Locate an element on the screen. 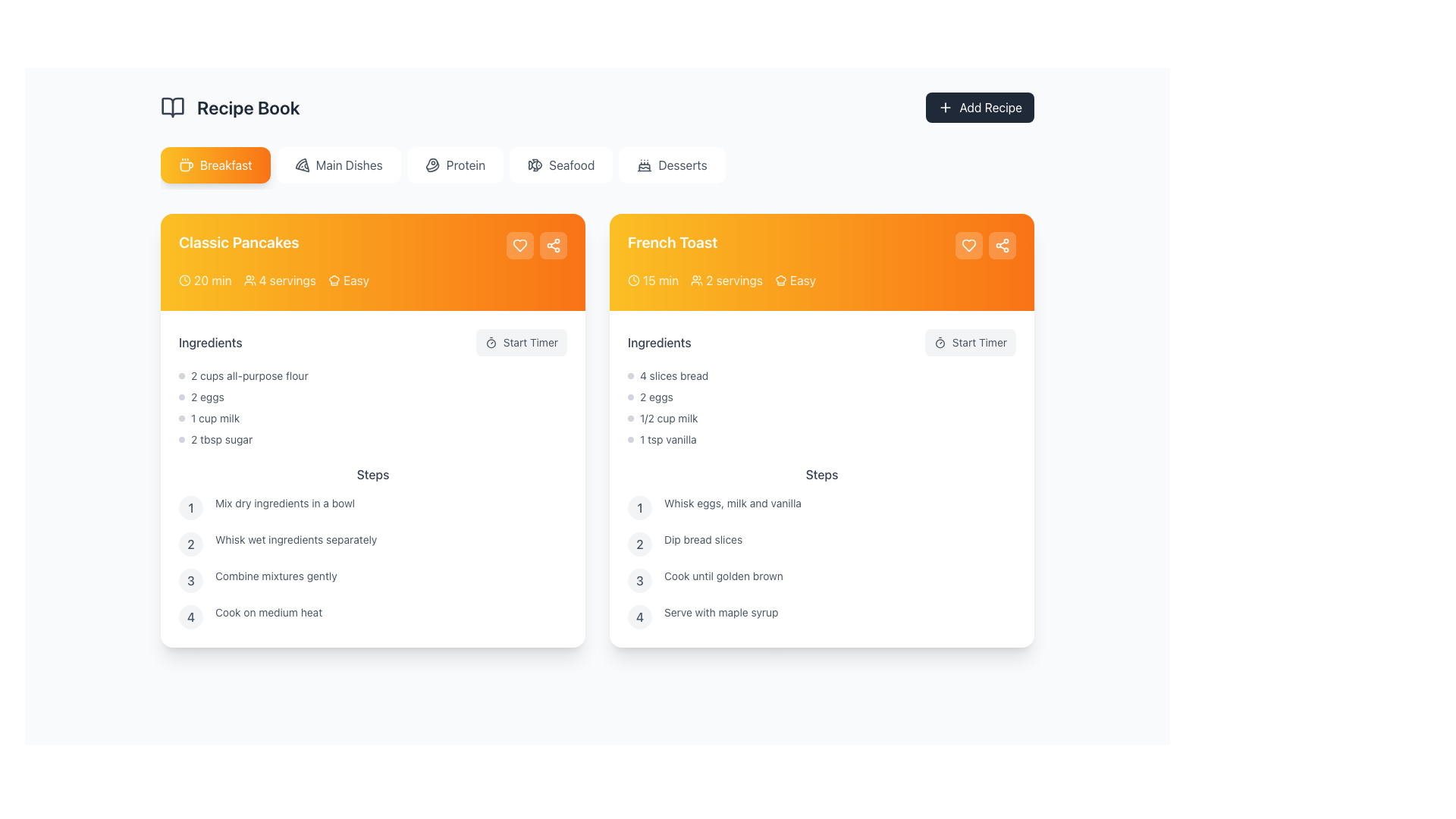  the information from the step '4. Cook on medium heat' in the recipe instruction list of the 'Classic Pancakes' recipe card is located at coordinates (372, 617).